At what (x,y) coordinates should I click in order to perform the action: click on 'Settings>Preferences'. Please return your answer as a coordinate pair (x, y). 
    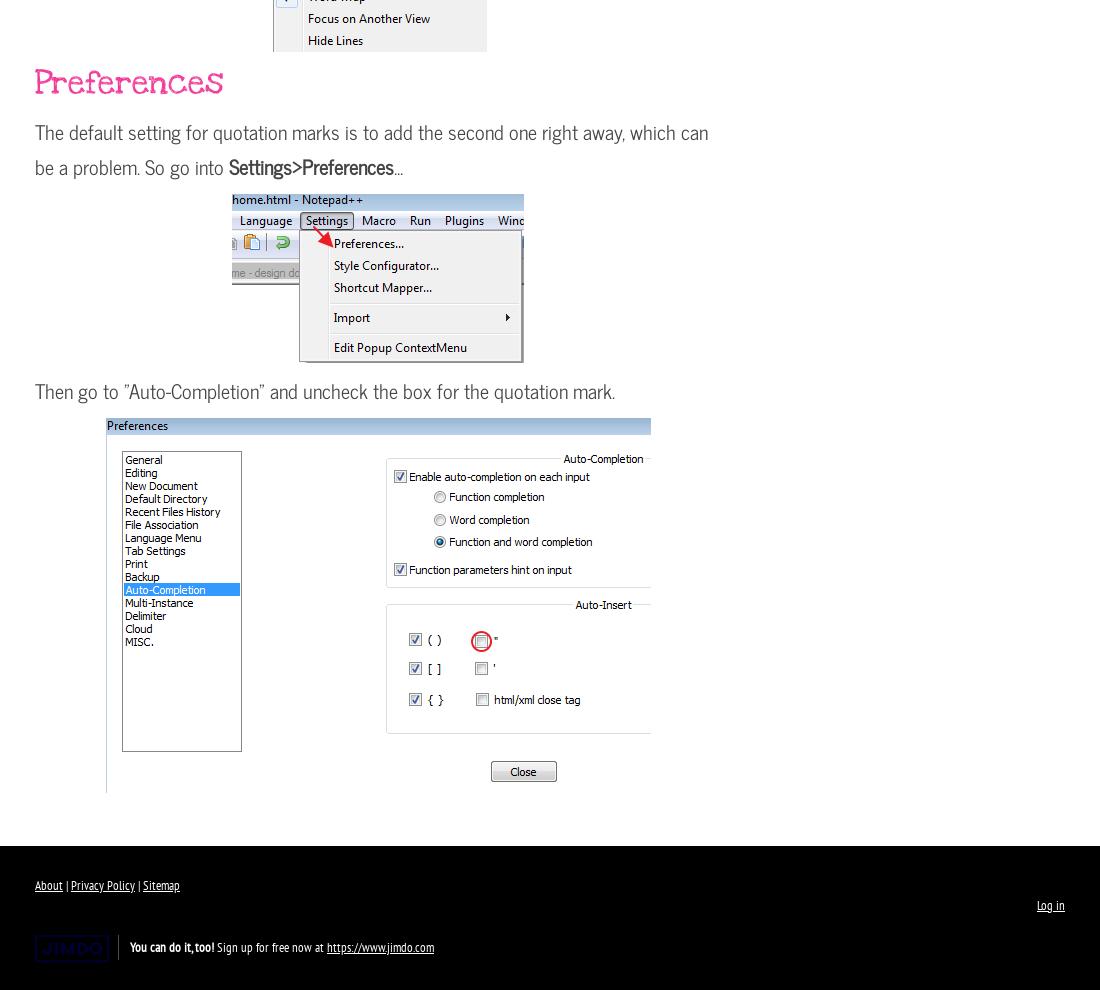
    Looking at the image, I should click on (310, 166).